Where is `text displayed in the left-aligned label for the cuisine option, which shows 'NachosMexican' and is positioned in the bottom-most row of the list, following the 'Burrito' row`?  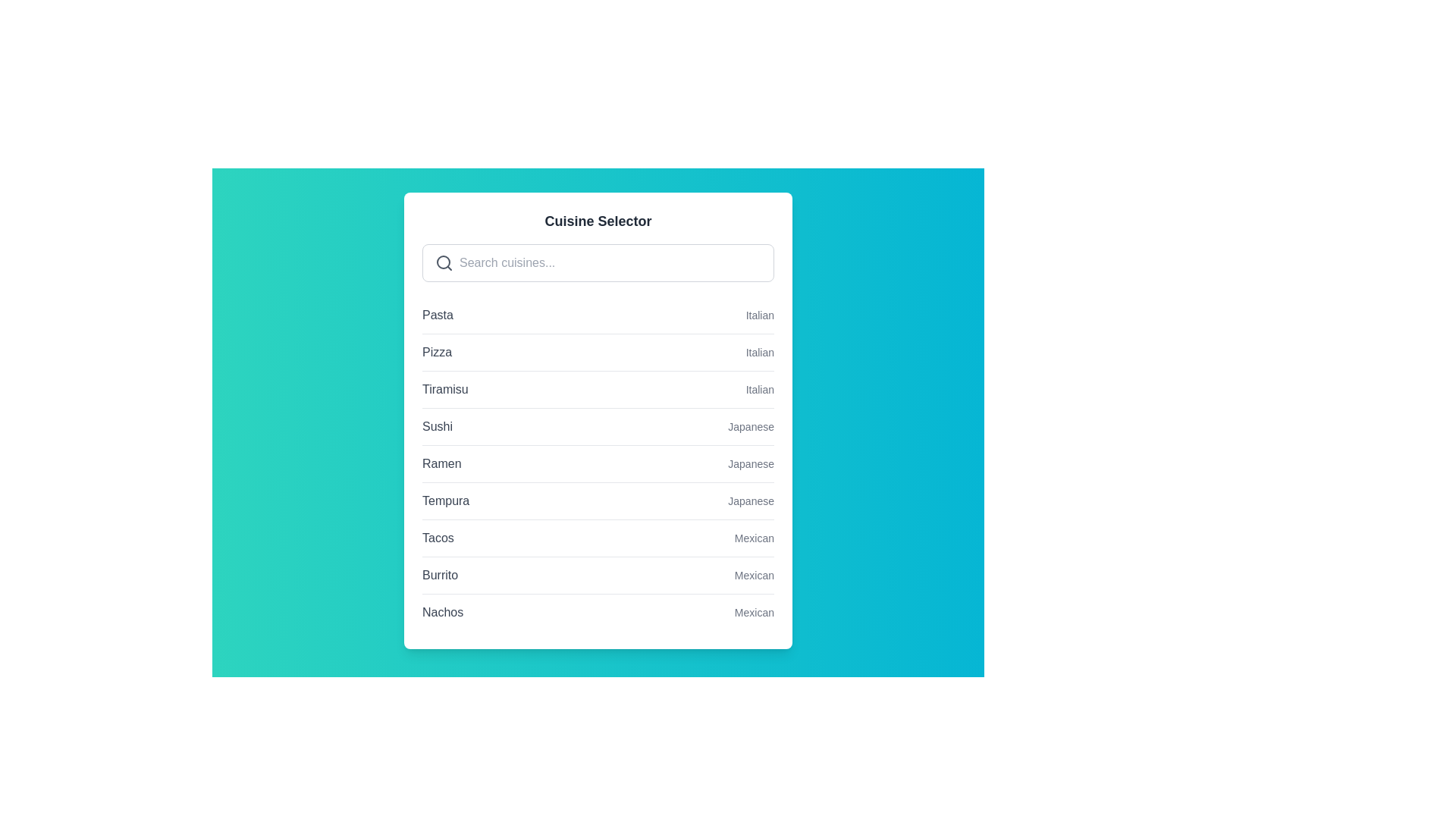
text displayed in the left-aligned label for the cuisine option, which shows 'NachosMexican' and is positioned in the bottom-most row of the list, following the 'Burrito' row is located at coordinates (442, 611).